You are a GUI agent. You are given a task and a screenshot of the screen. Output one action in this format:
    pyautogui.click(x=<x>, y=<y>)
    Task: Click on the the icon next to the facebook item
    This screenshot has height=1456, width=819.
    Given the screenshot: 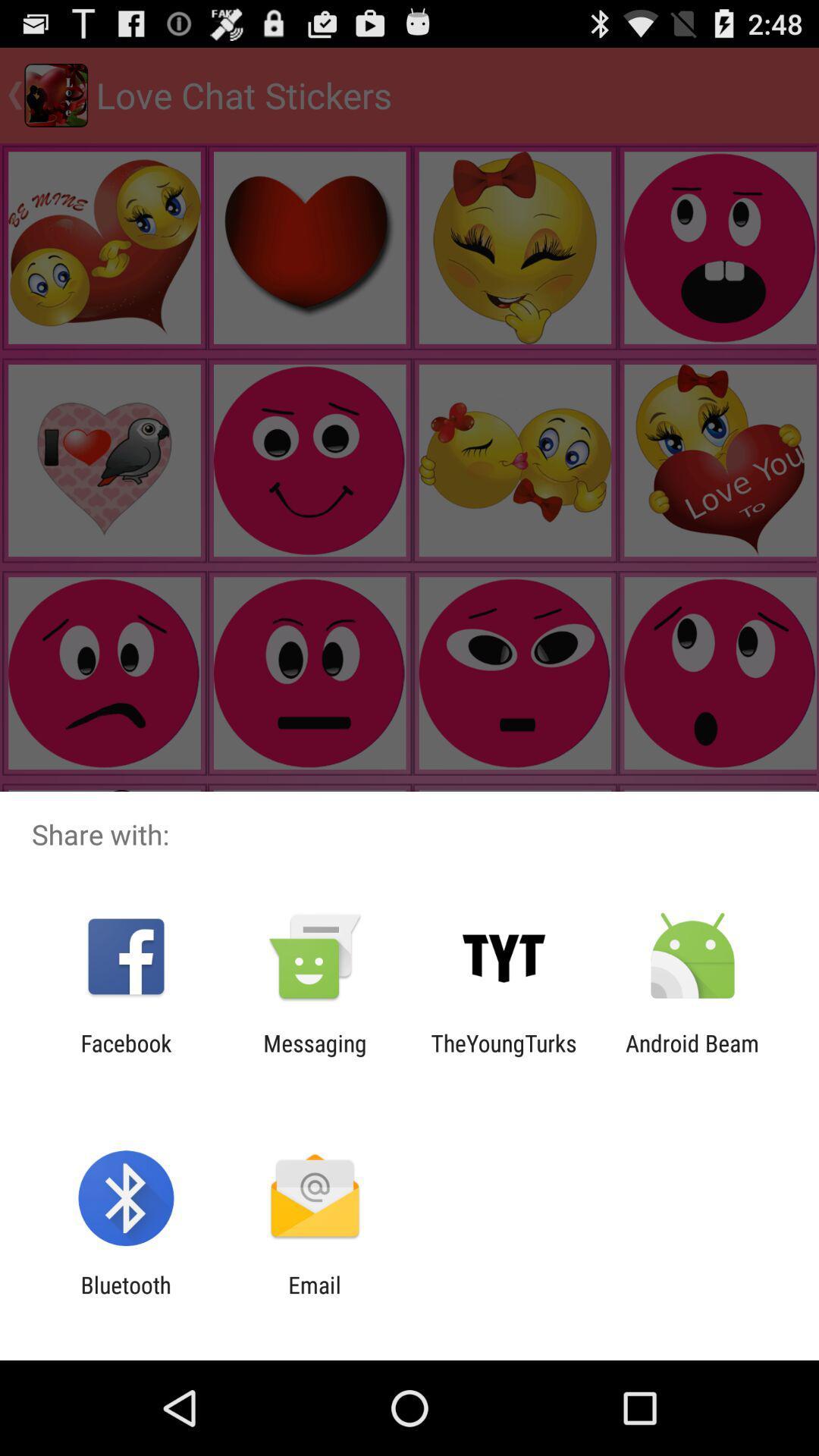 What is the action you would take?
    pyautogui.click(x=314, y=1056)
    